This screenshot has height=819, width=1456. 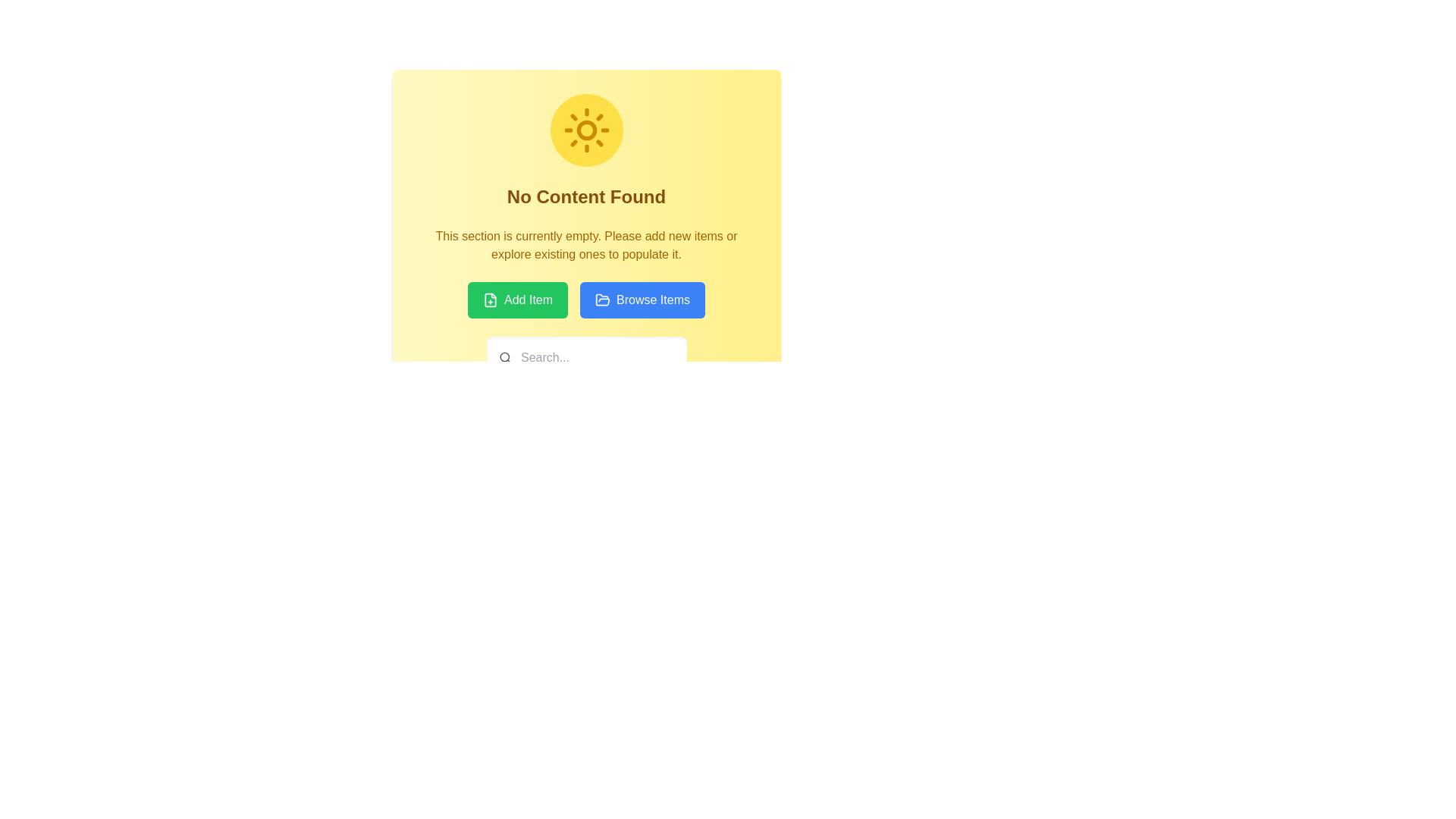 What do you see at coordinates (585, 245) in the screenshot?
I see `the centered text block with brownish-yellow text color located beneath the 'No Content Found' header and above the 'Add Item' and 'Browse Items' buttons` at bounding box center [585, 245].